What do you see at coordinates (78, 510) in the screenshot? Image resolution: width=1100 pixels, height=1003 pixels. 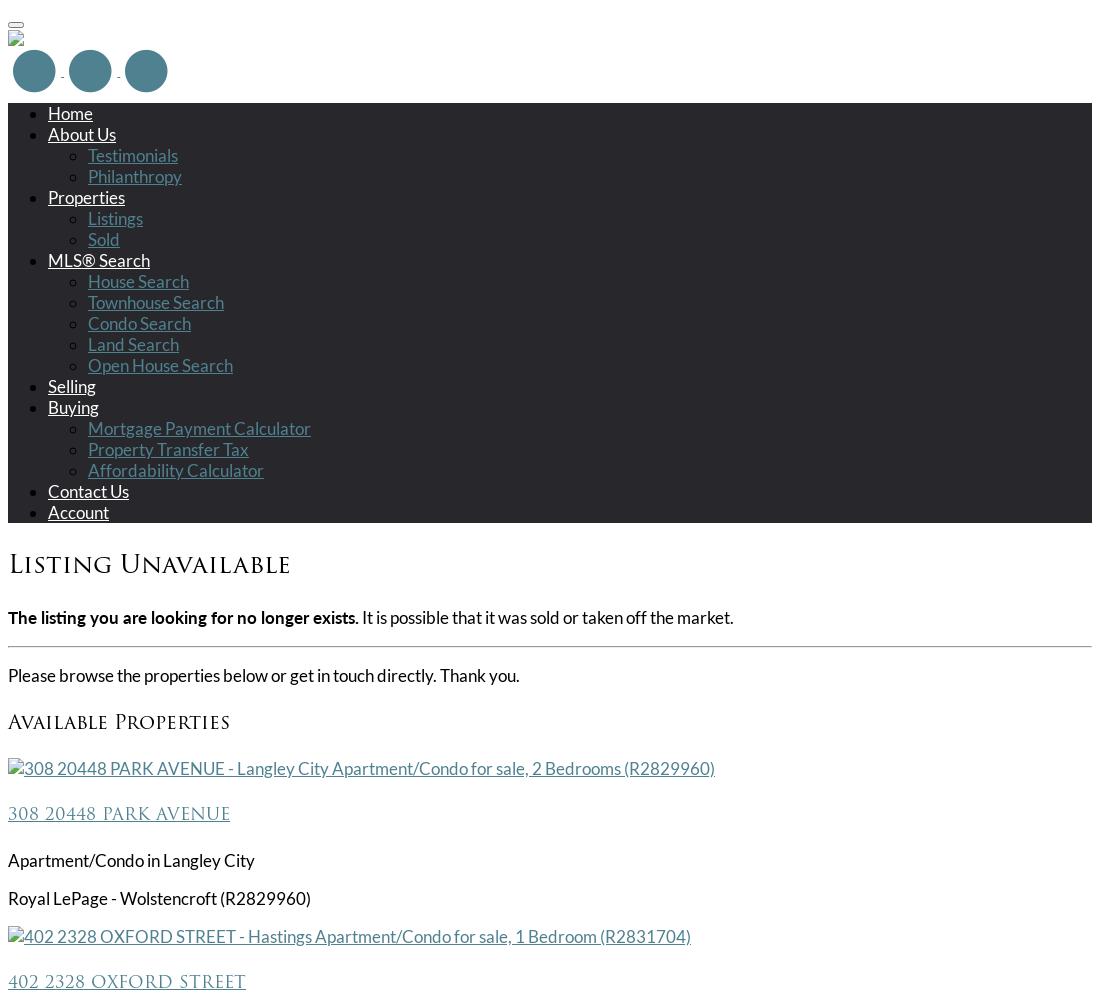 I see `'Account'` at bounding box center [78, 510].